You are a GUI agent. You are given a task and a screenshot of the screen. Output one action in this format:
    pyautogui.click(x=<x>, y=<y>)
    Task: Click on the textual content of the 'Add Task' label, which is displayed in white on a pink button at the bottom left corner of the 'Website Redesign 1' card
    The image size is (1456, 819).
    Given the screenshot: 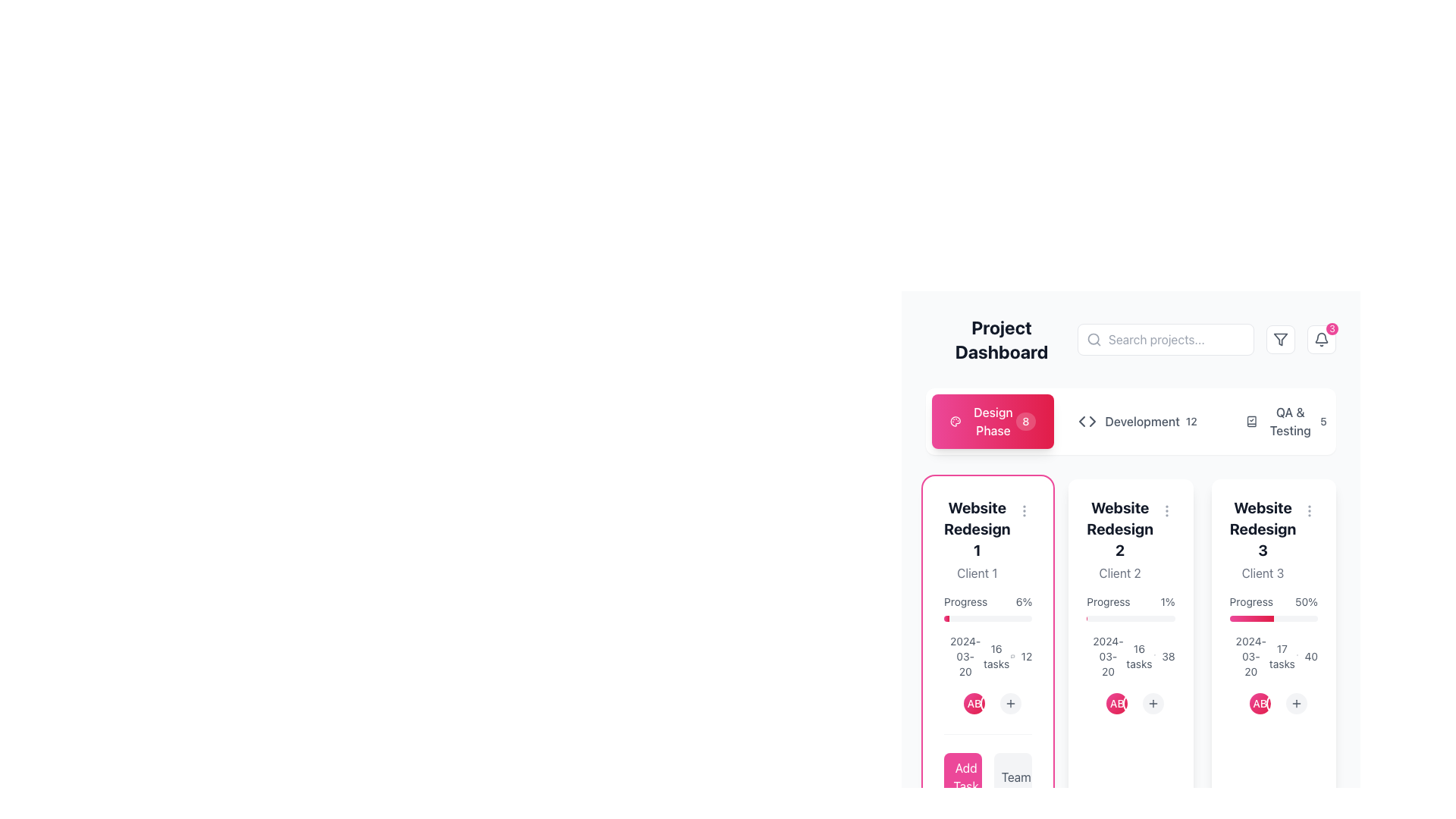 What is the action you would take?
    pyautogui.click(x=965, y=777)
    